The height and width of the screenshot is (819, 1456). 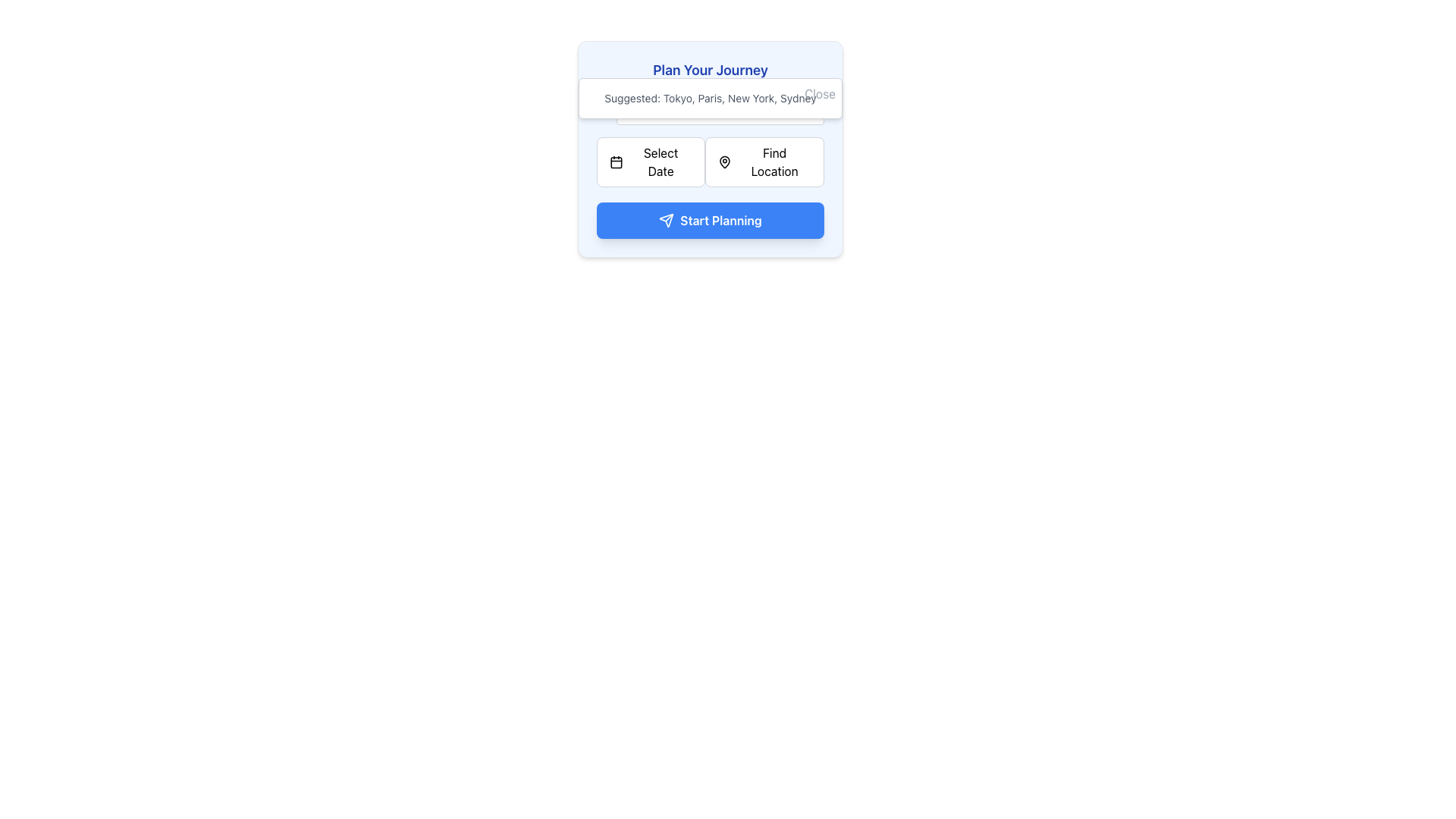 What do you see at coordinates (616, 162) in the screenshot?
I see `the 'Select Date' button that contains the calendar icon` at bounding box center [616, 162].